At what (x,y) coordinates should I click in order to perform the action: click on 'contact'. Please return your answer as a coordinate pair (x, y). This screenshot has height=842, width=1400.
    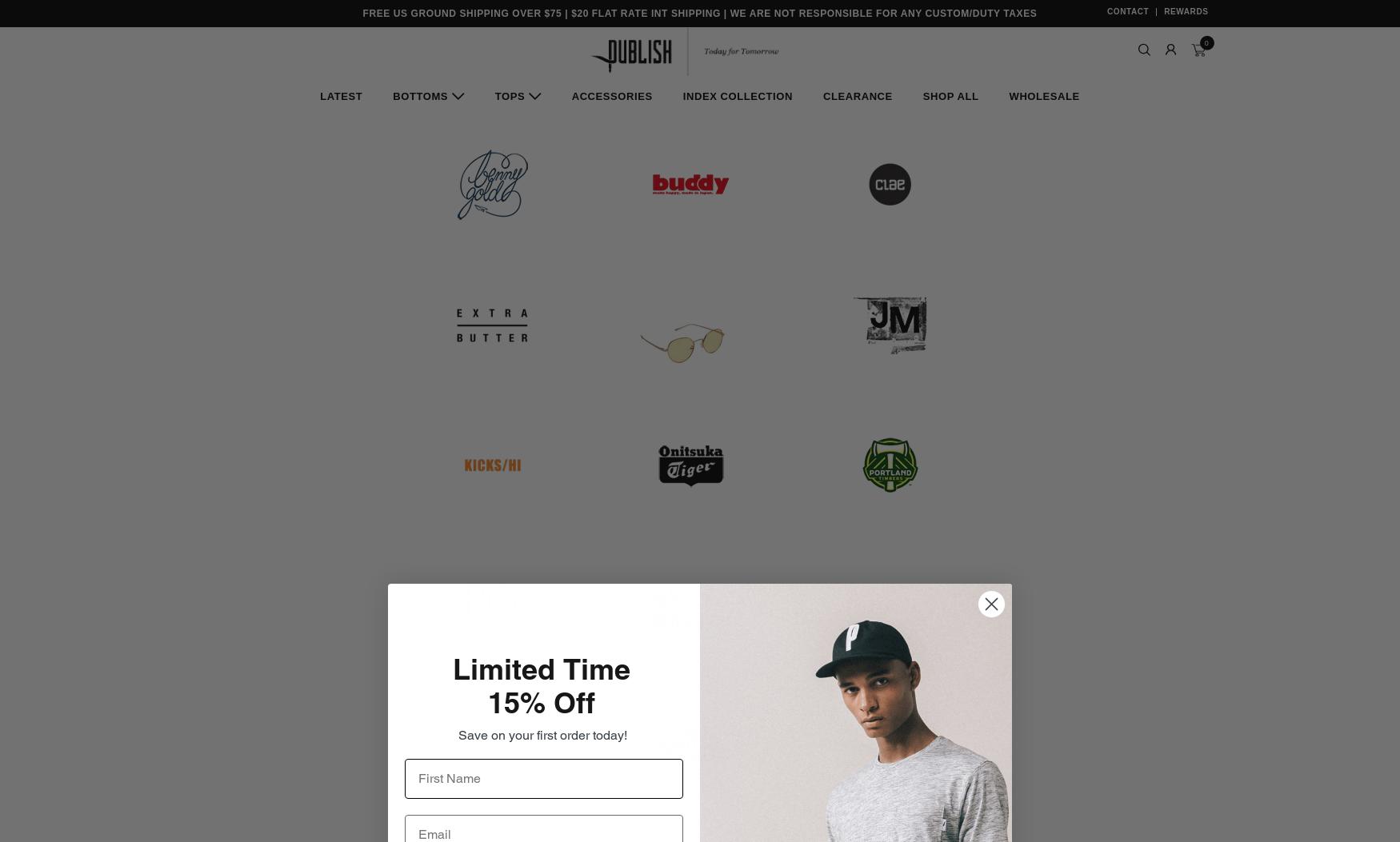
    Looking at the image, I should click on (1126, 11).